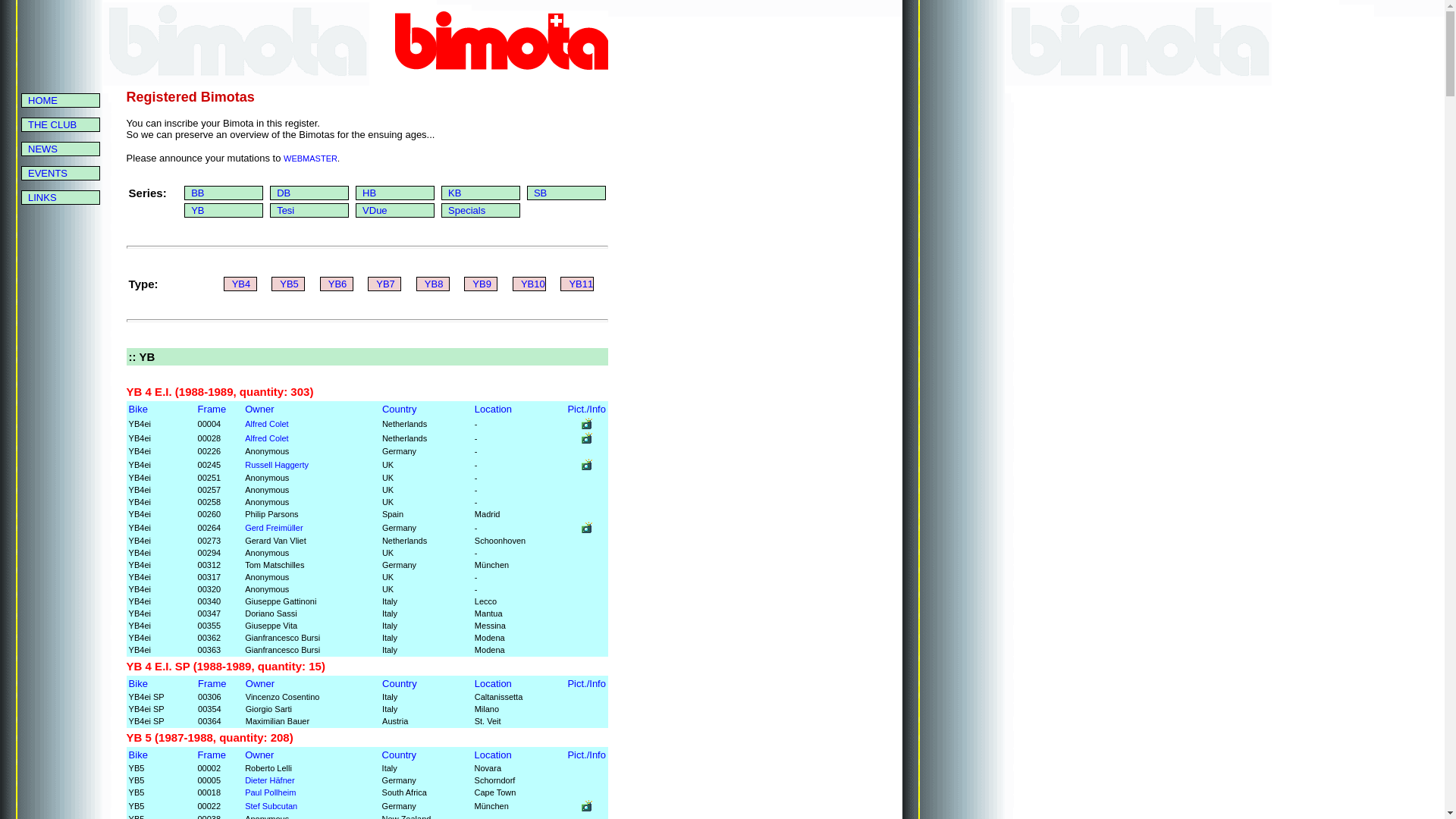 This screenshot has width=1456, height=819. What do you see at coordinates (209, 736) in the screenshot?
I see `'YB 5 (1987-1988, quantity: 208)'` at bounding box center [209, 736].